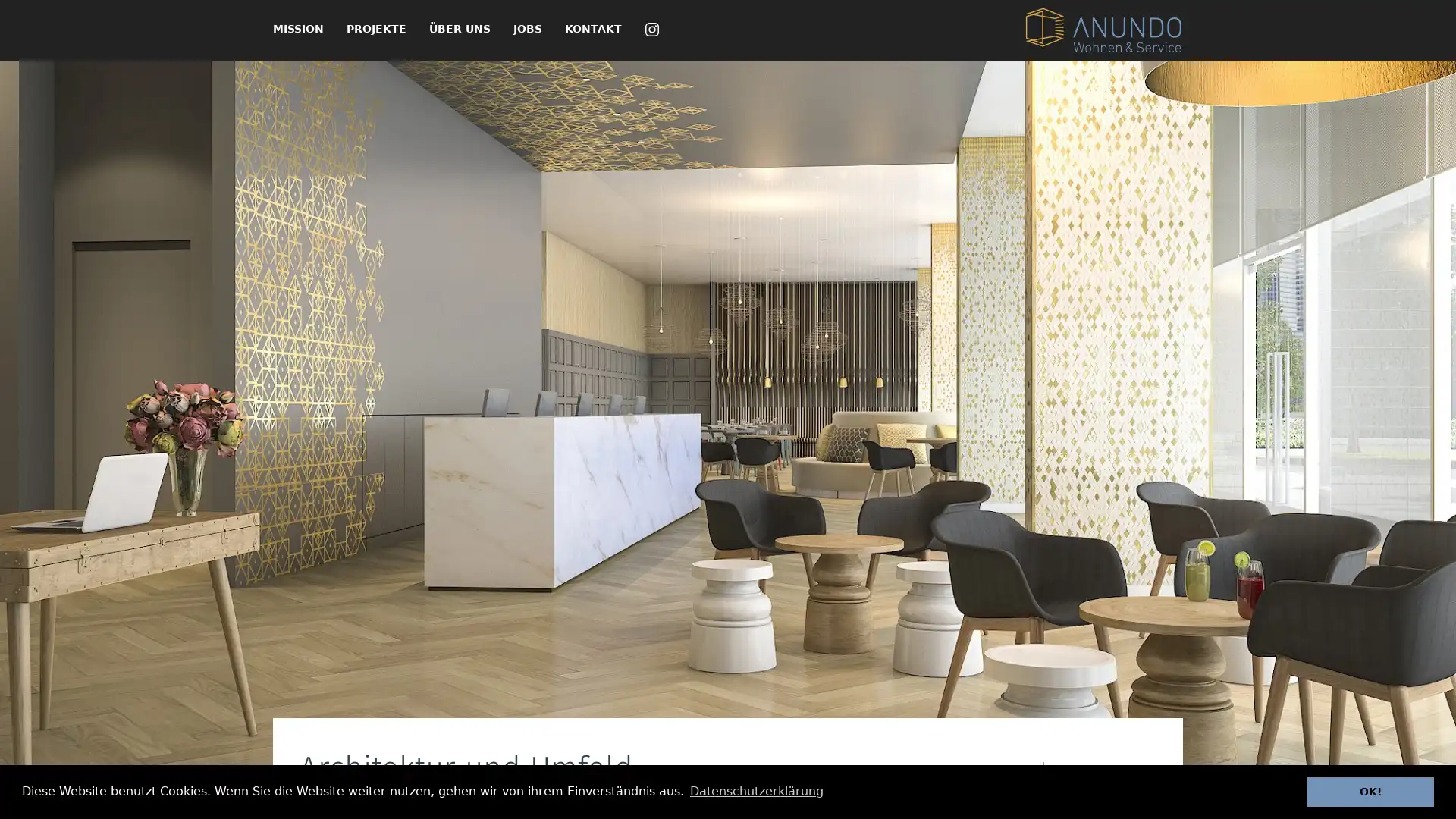 The height and width of the screenshot is (819, 1456). I want to click on learn more about cookies, so click(756, 791).